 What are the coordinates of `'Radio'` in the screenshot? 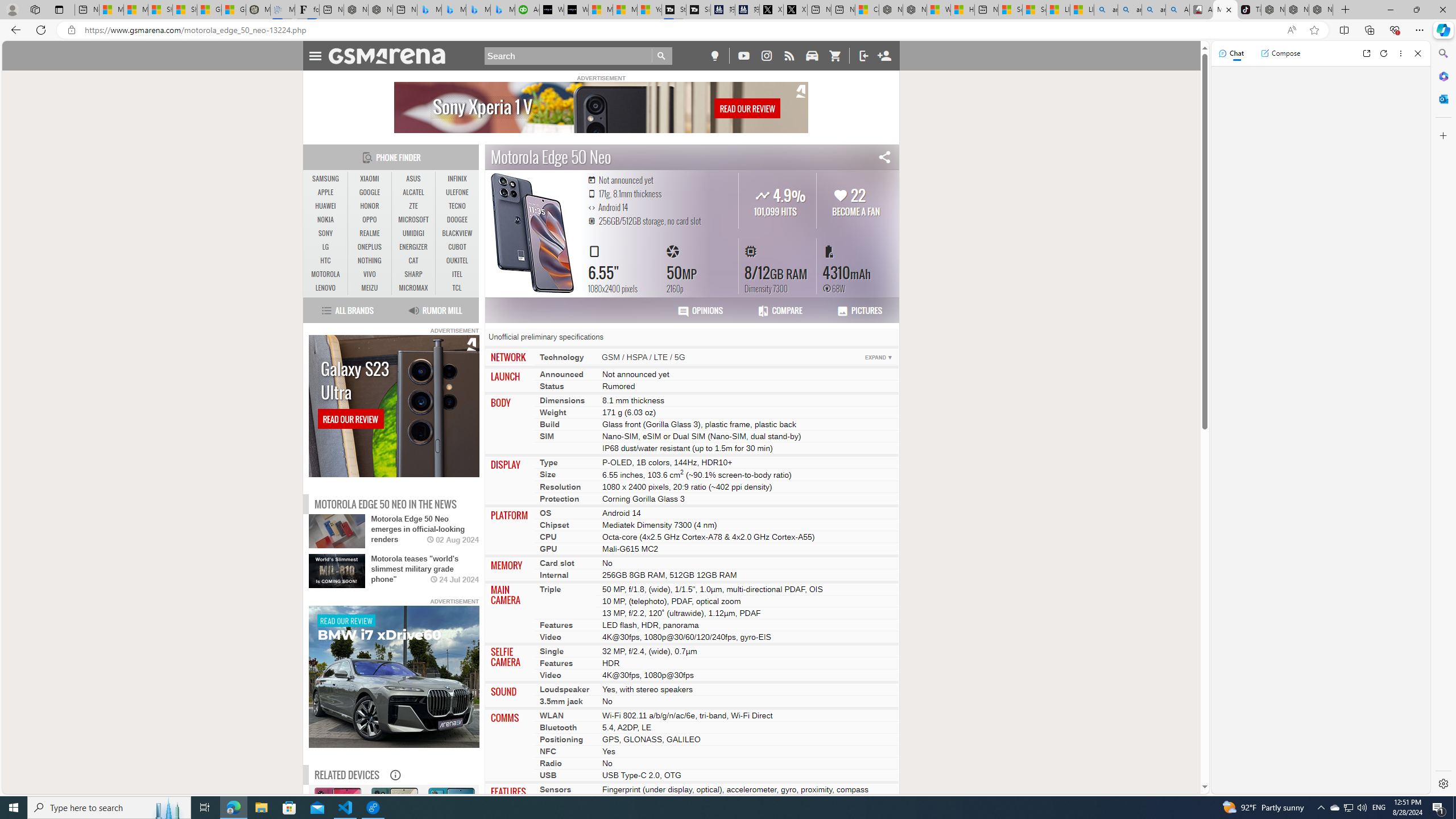 It's located at (550, 763).